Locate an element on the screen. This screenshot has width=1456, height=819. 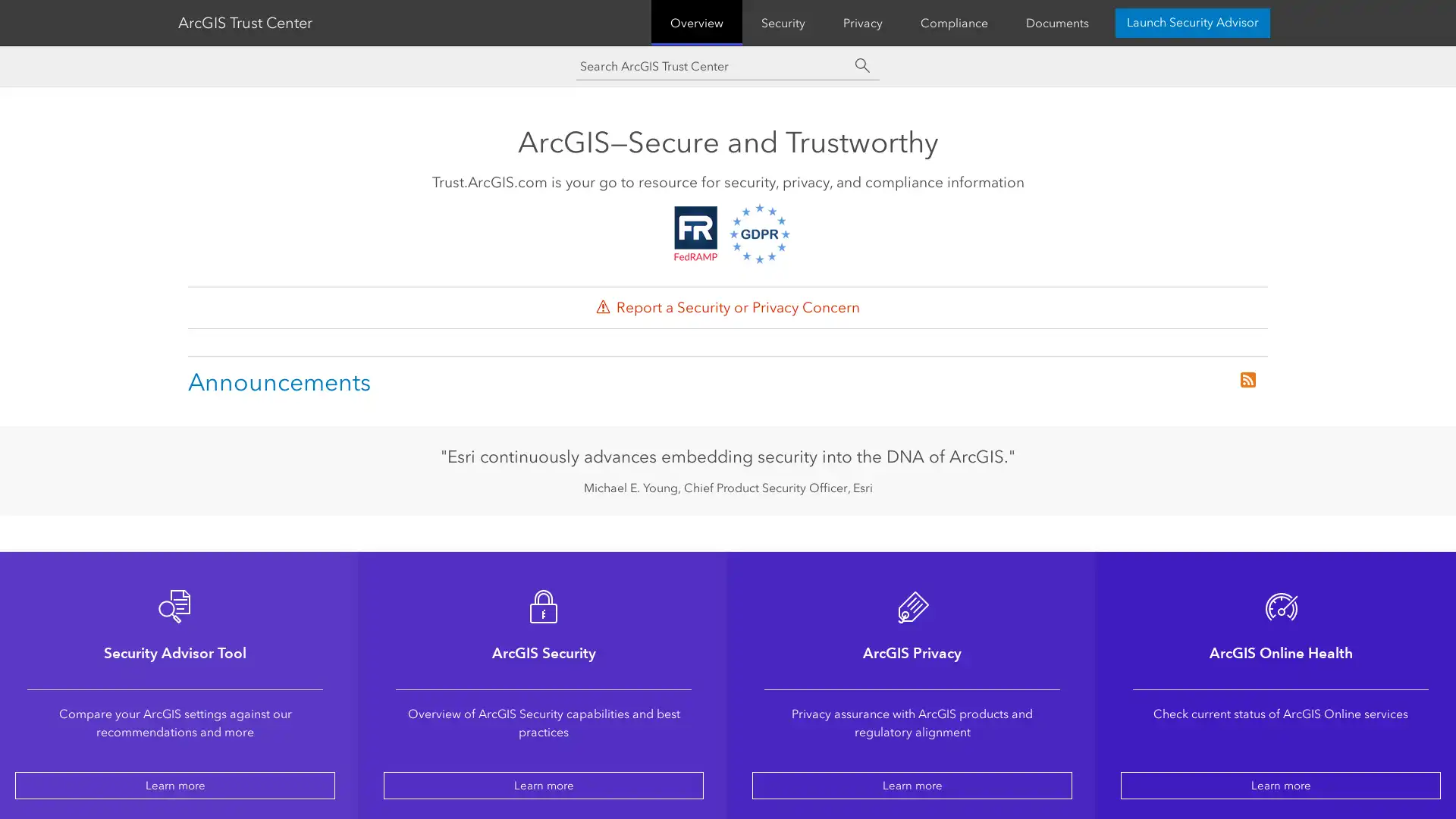
Products is located at coordinates (296, 20).